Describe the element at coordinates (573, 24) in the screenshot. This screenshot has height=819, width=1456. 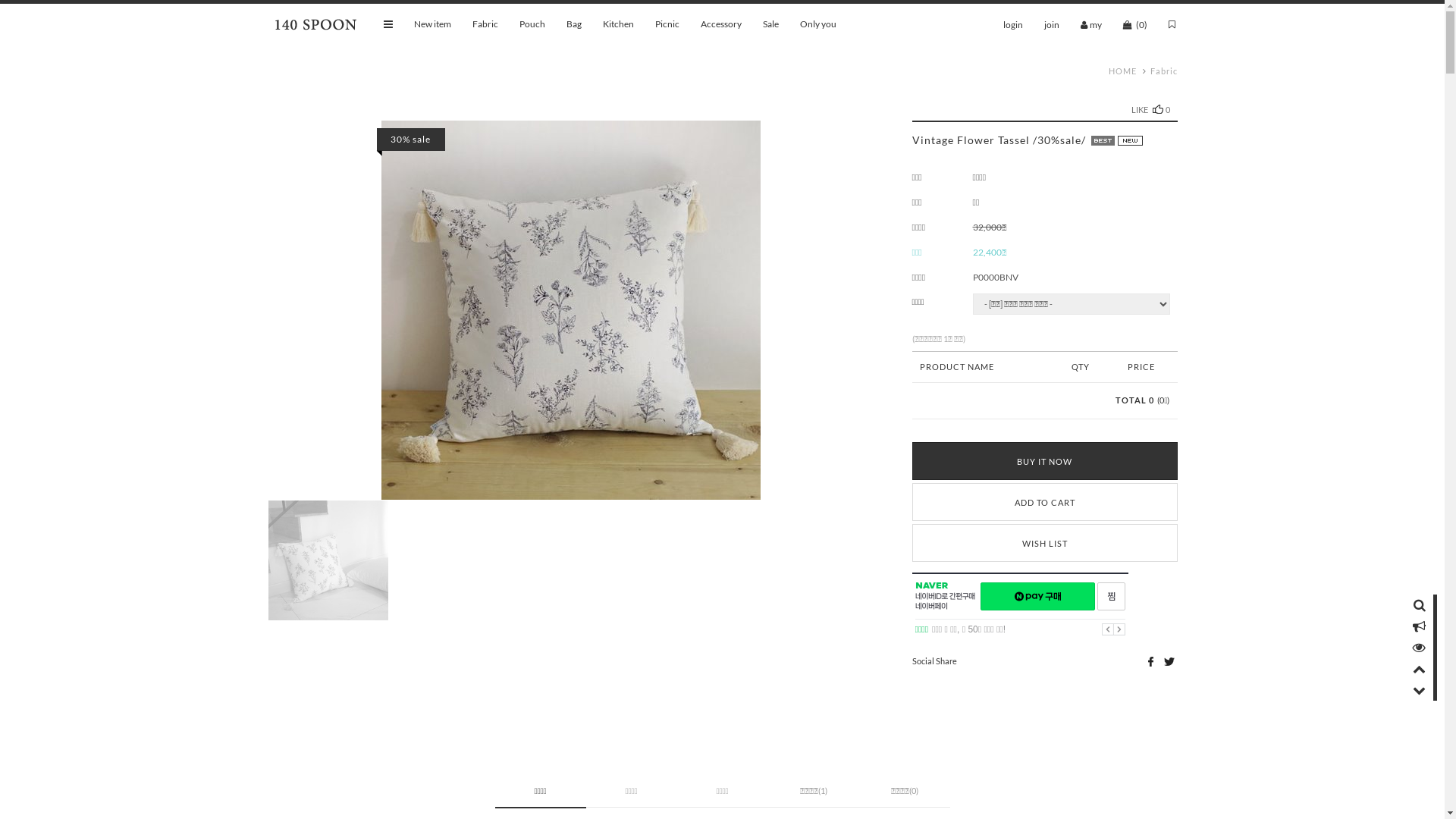
I see `'Bag'` at that location.